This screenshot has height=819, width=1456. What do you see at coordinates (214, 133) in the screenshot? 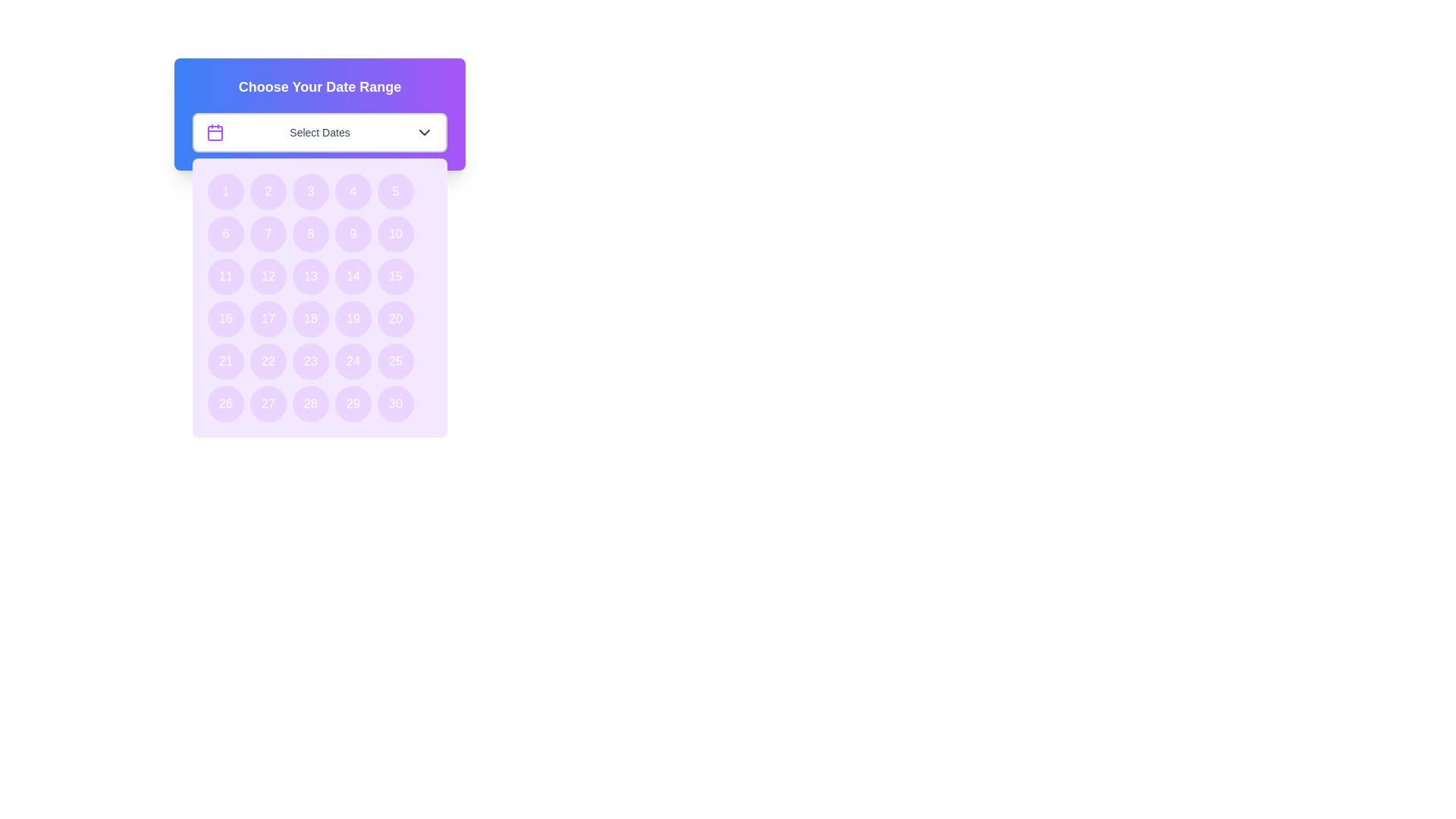
I see `the small, rounded rectangle styled with a purple hue, which is part of the calendar icon and is located to the left of the 'Select Dates' text field` at bounding box center [214, 133].